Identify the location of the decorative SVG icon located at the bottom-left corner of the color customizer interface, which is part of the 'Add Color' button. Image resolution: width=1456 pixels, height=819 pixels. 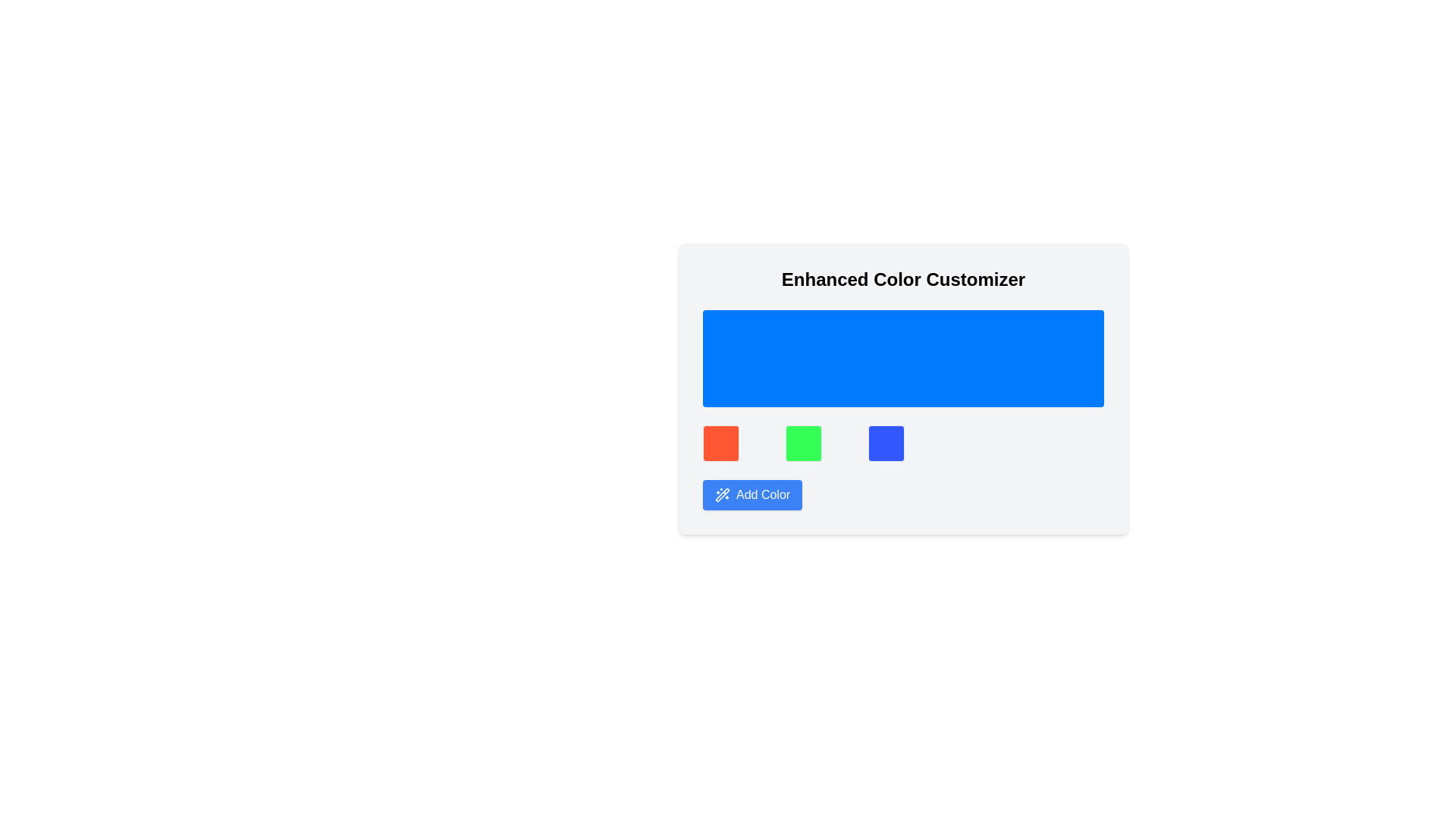
(722, 494).